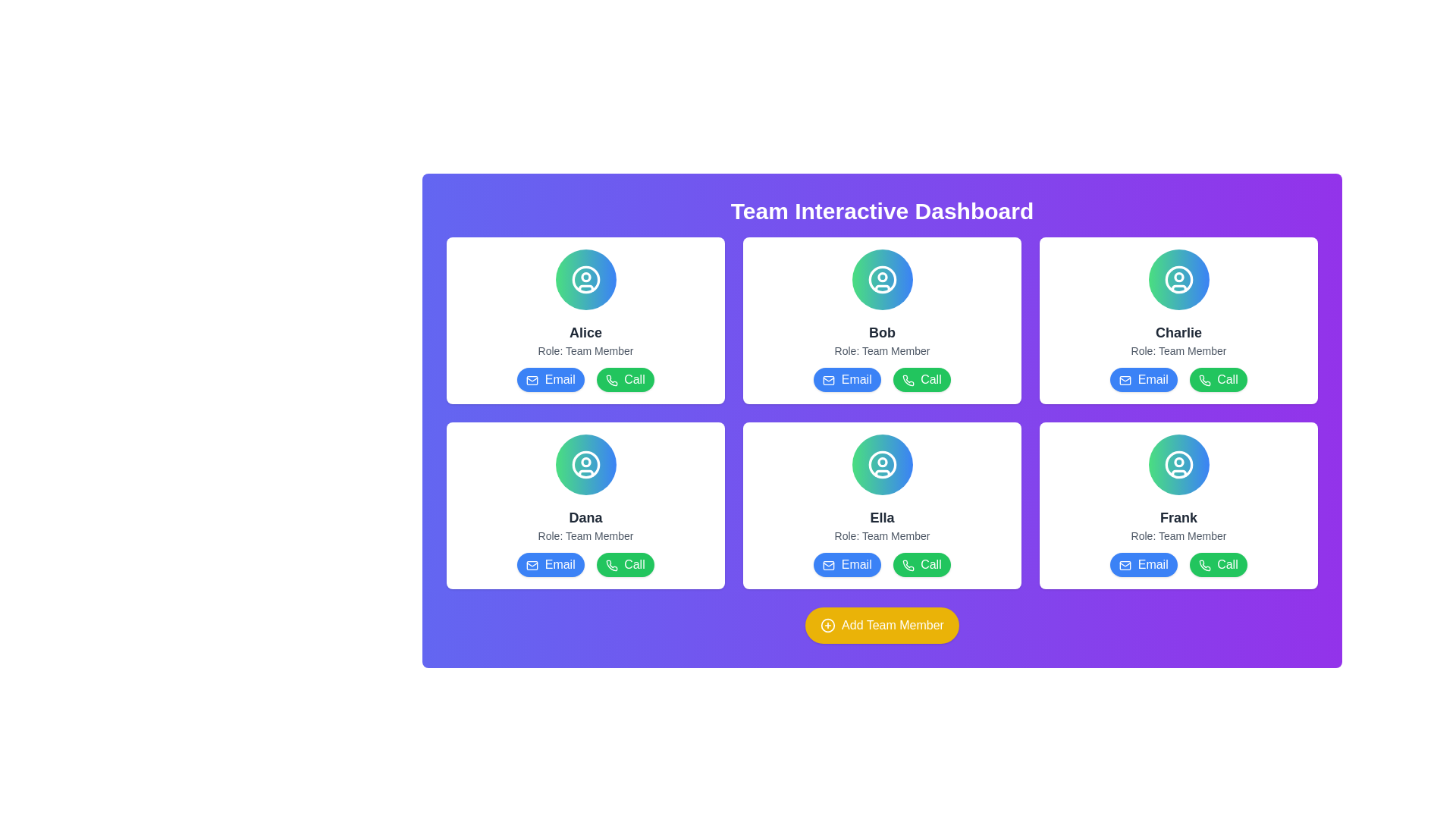 The height and width of the screenshot is (819, 1456). What do you see at coordinates (1178, 535) in the screenshot?
I see `the static text displaying 'Role: Team Member' which is styled in a smaller gray font, located below the name 'Frank' in a card on the dashboard` at bounding box center [1178, 535].